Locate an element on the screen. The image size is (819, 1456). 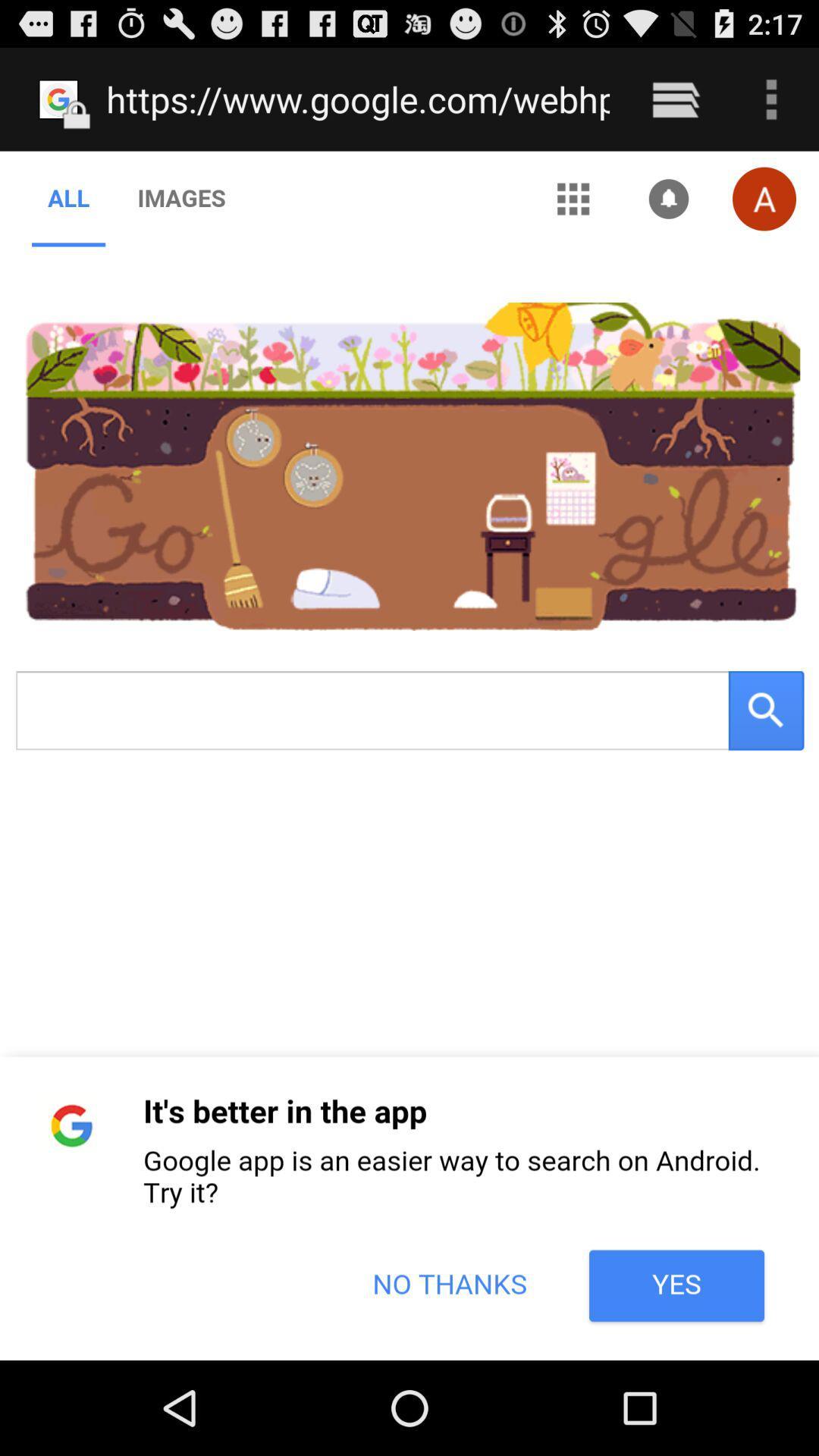
the more icon is located at coordinates (771, 105).